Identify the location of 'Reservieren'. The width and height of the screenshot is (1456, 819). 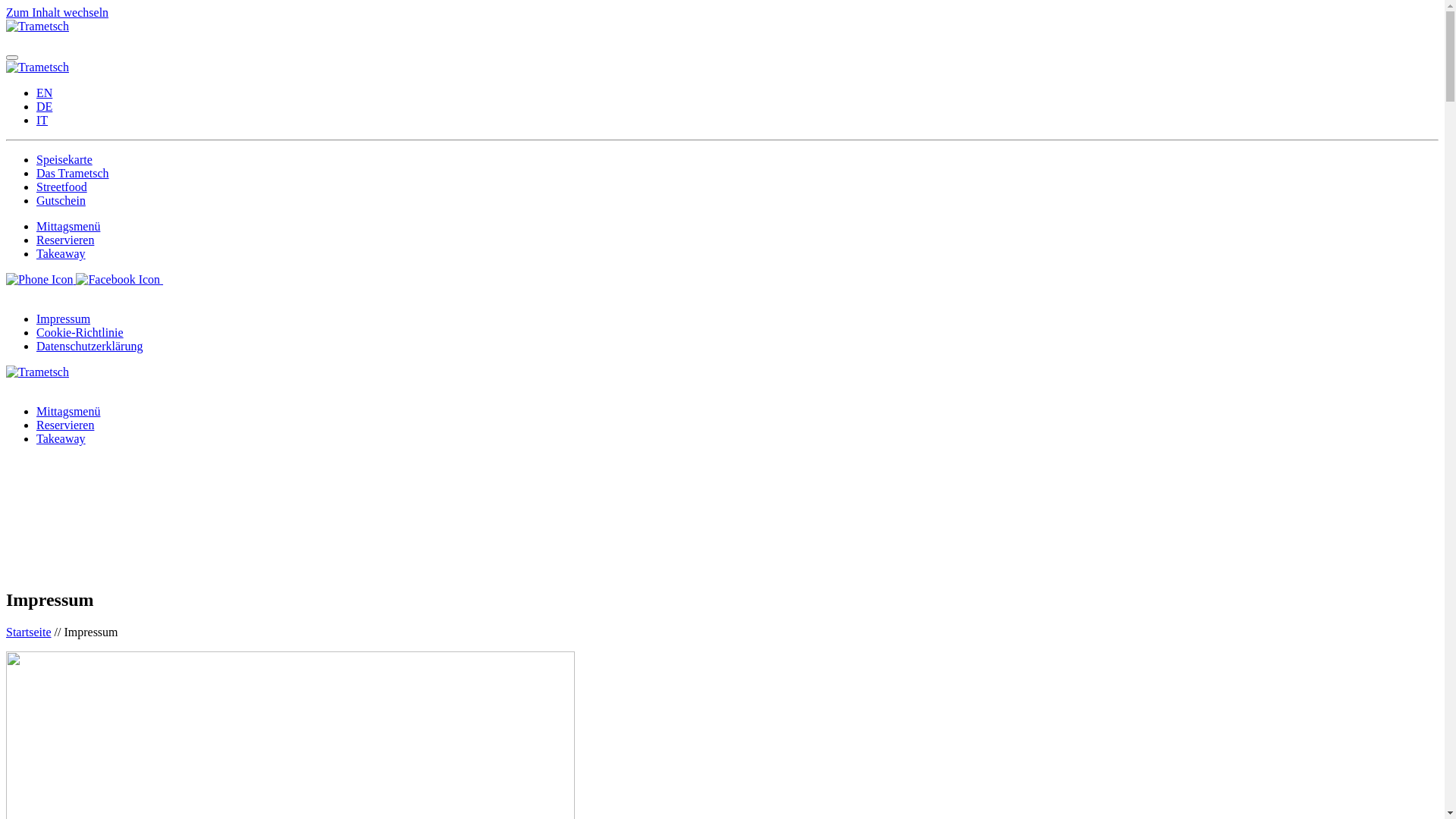
(64, 425).